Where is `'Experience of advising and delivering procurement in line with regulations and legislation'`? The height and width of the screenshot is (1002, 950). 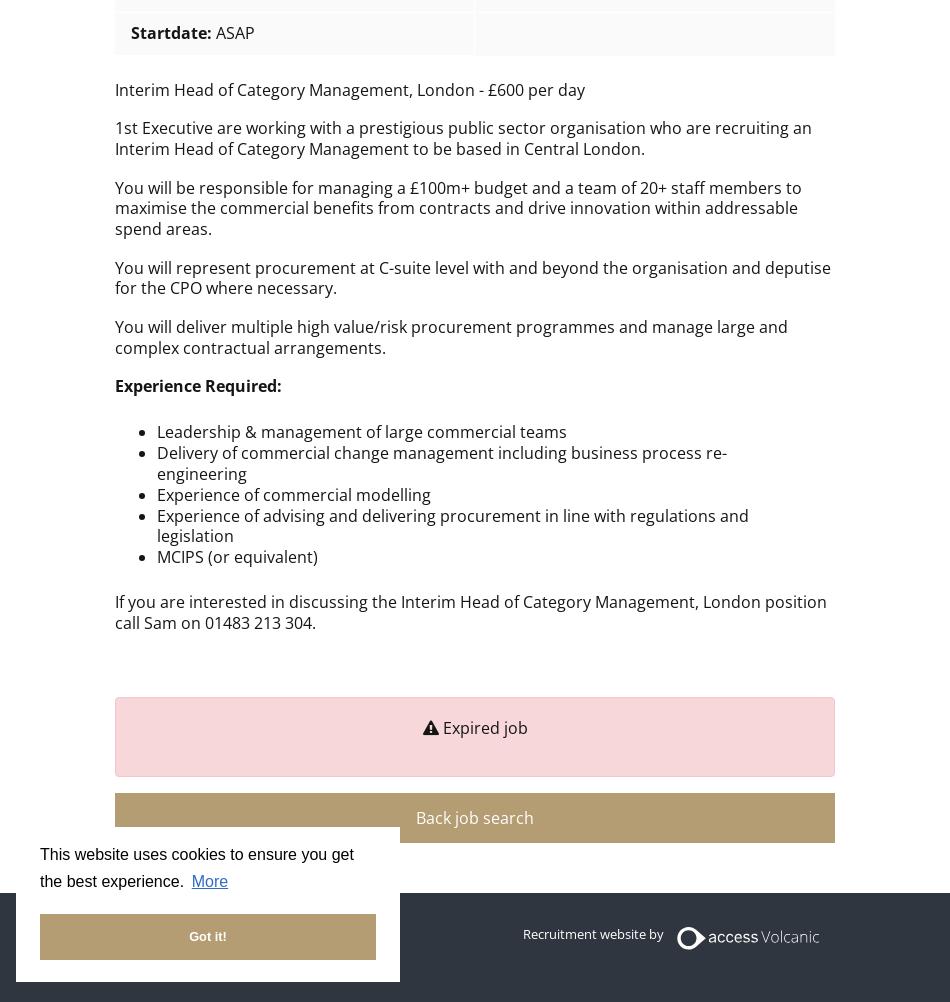 'Experience of advising and delivering procurement in line with regulations and legislation' is located at coordinates (451, 525).